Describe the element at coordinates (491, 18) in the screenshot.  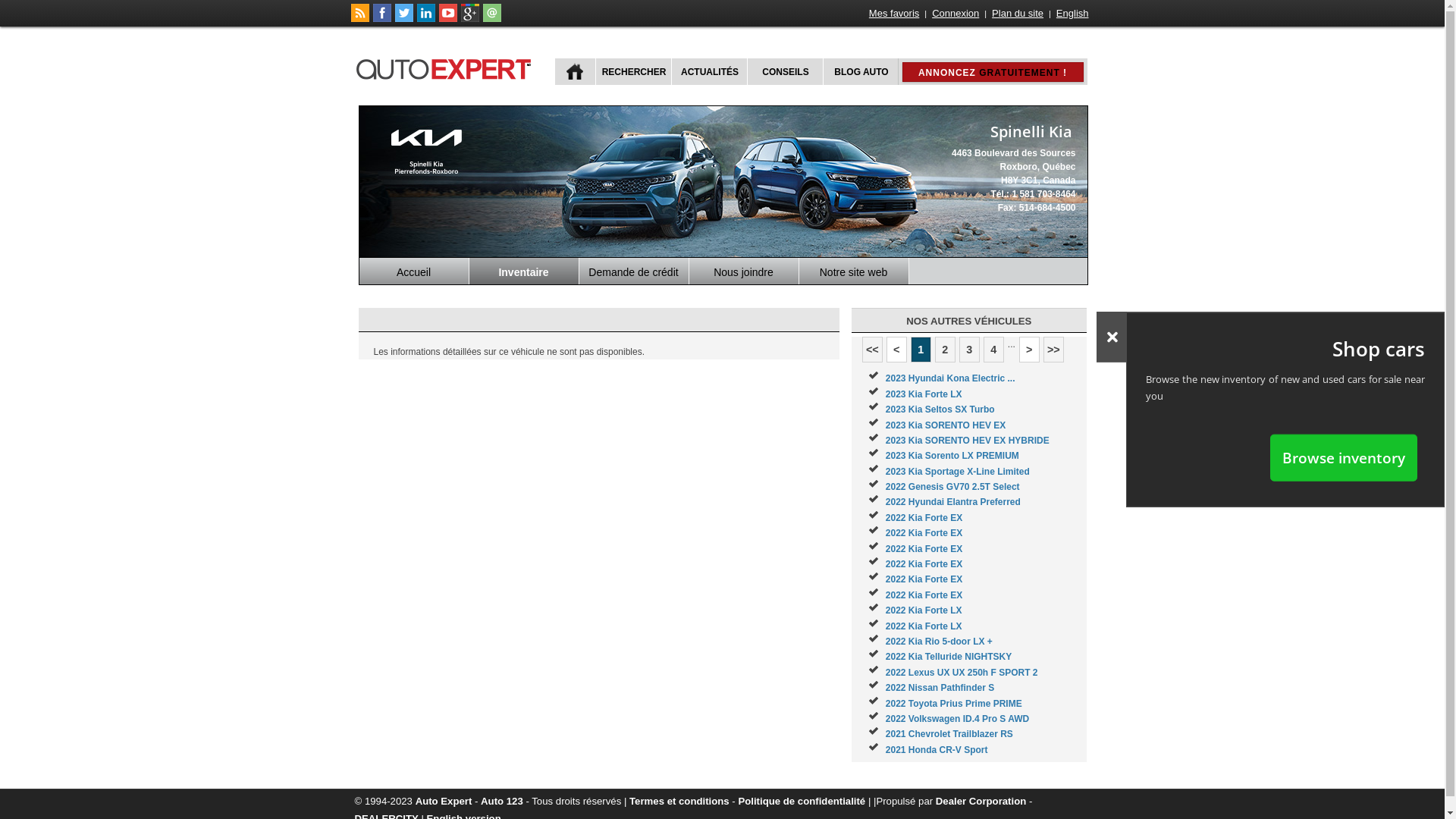
I see `'Joindre autoExpert.ca'` at that location.